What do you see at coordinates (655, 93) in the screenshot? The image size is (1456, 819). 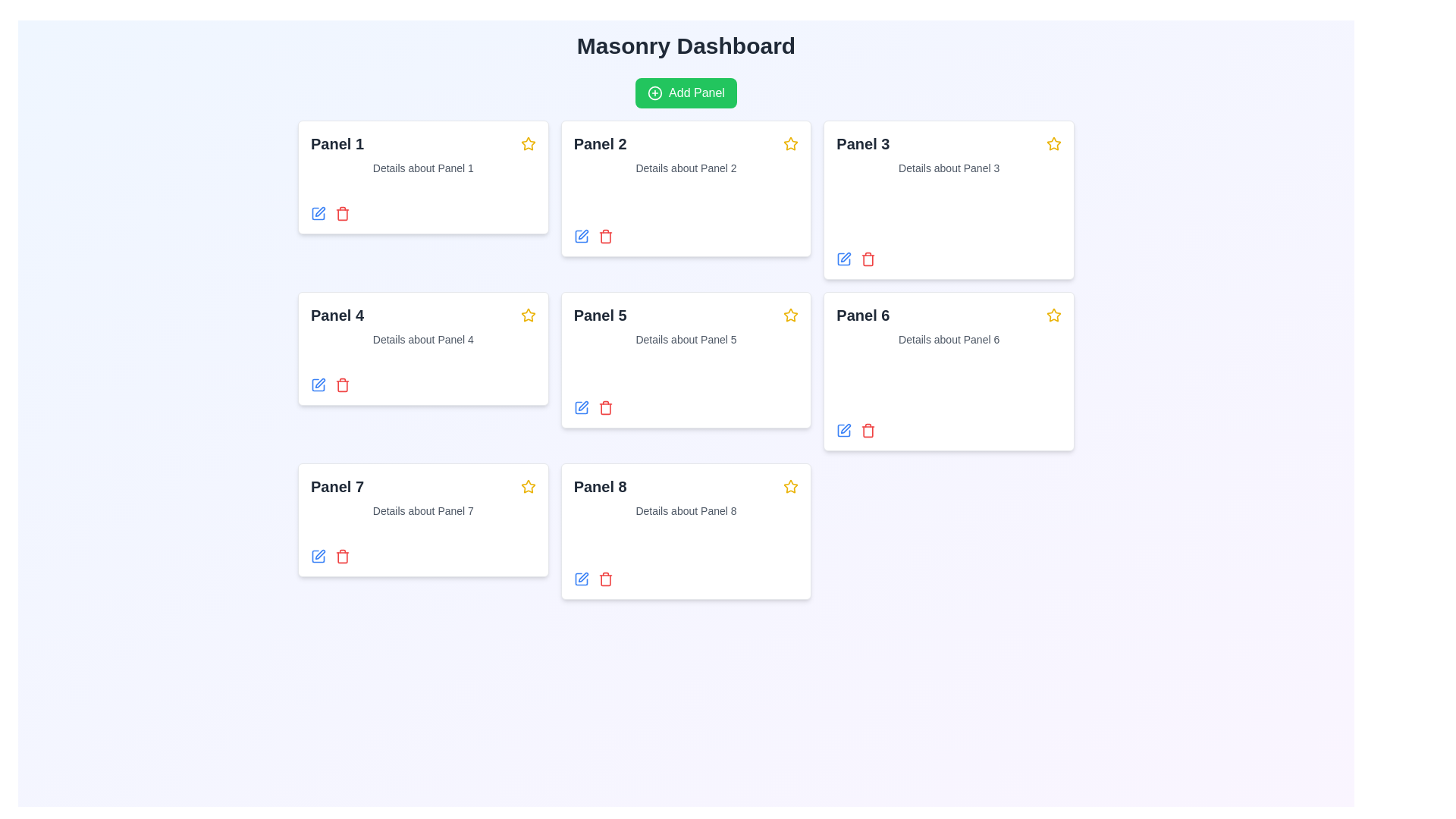 I see `the Icon element located on the left side of the 'Add Panel' button, which emphasizes the action of adding a new panel` at bounding box center [655, 93].